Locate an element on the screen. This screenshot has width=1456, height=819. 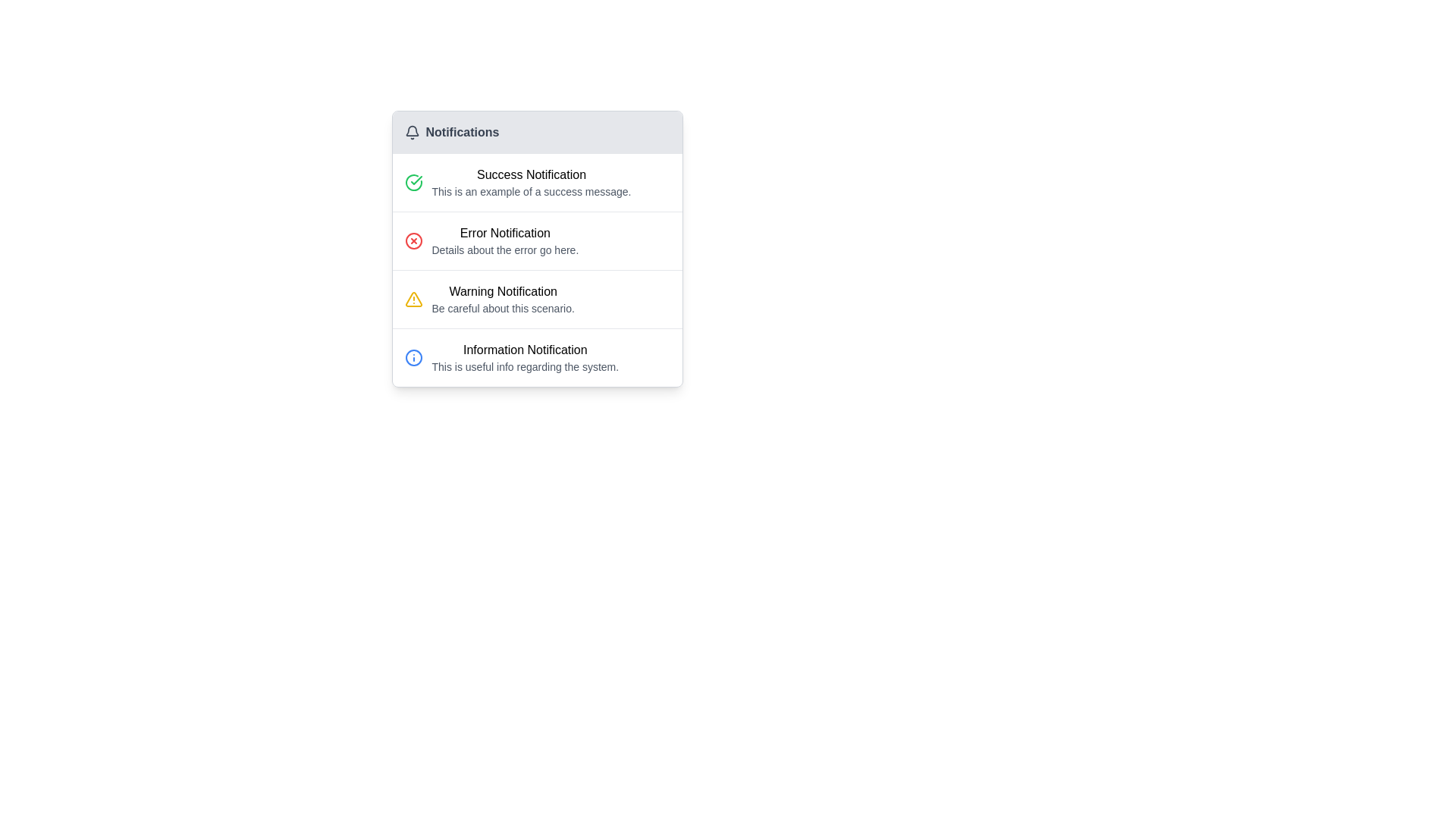
the 'Success Notification' text label to possibly highlight or reveal additional information is located at coordinates (531, 181).